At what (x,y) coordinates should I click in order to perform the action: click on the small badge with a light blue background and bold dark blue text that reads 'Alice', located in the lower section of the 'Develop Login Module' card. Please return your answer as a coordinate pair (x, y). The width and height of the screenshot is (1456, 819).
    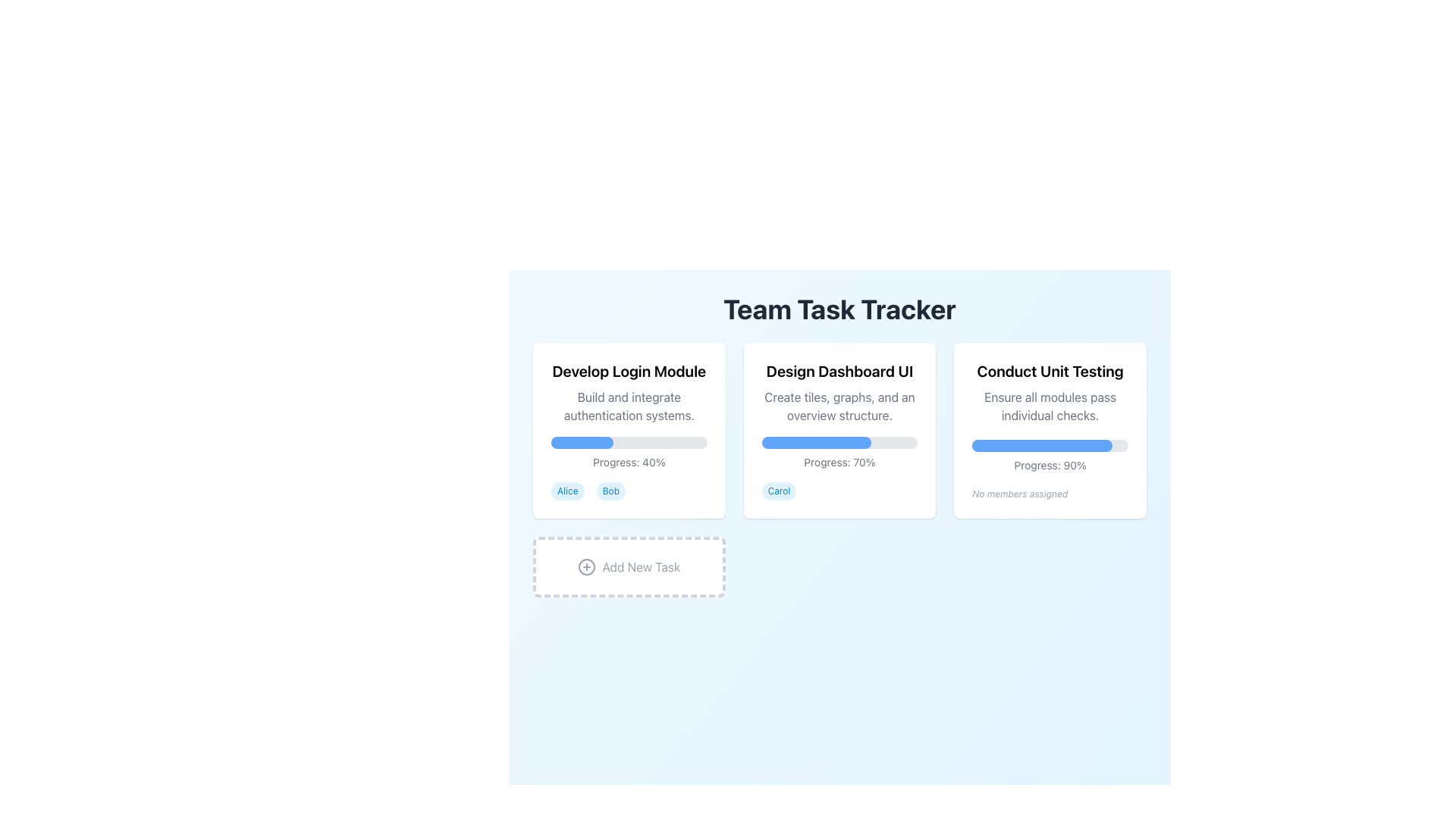
    Looking at the image, I should click on (566, 491).